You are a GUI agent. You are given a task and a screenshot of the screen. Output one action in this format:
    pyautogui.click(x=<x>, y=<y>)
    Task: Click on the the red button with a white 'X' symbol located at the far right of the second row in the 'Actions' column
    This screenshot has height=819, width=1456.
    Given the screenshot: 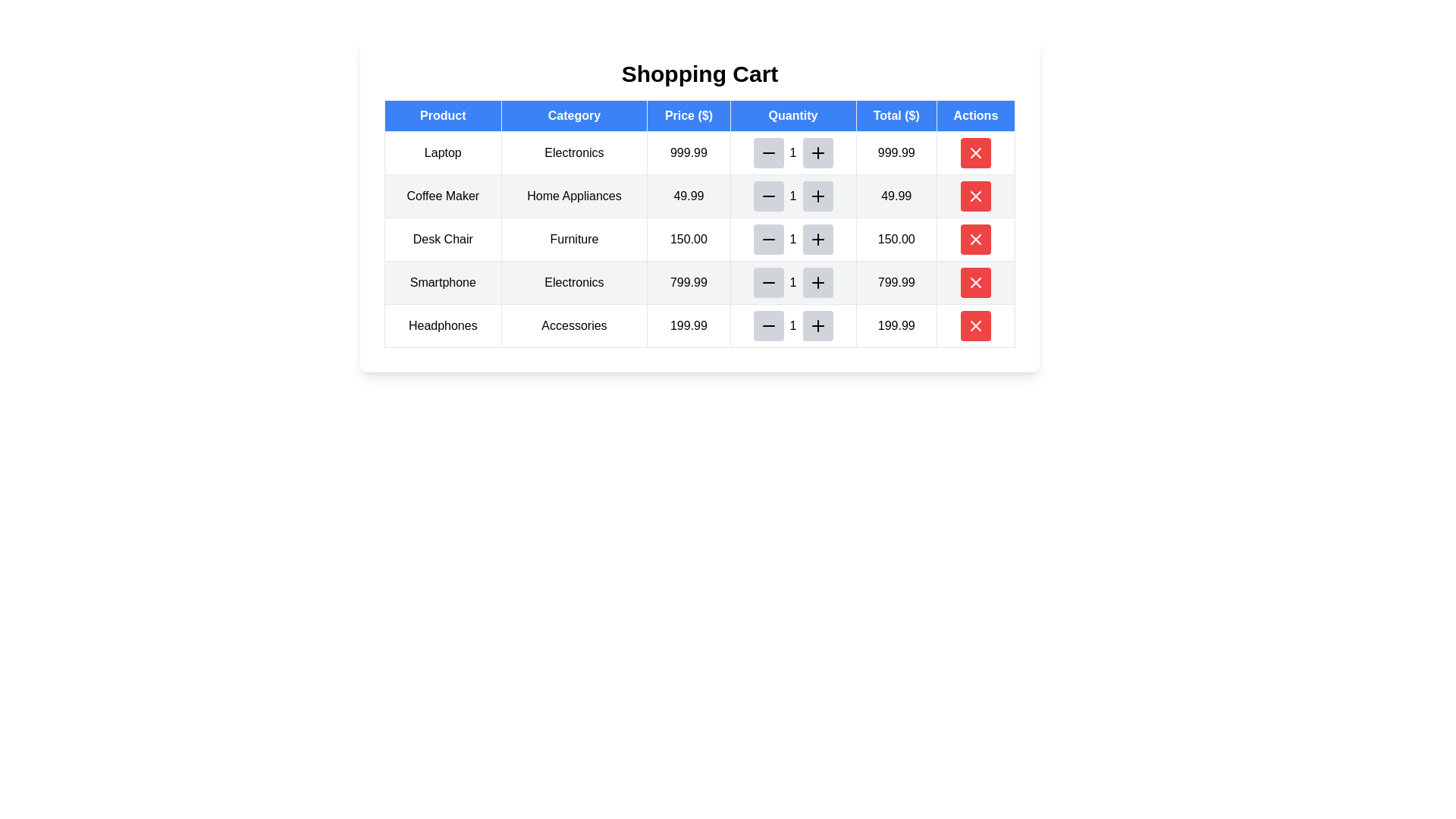 What is the action you would take?
    pyautogui.click(x=975, y=195)
    